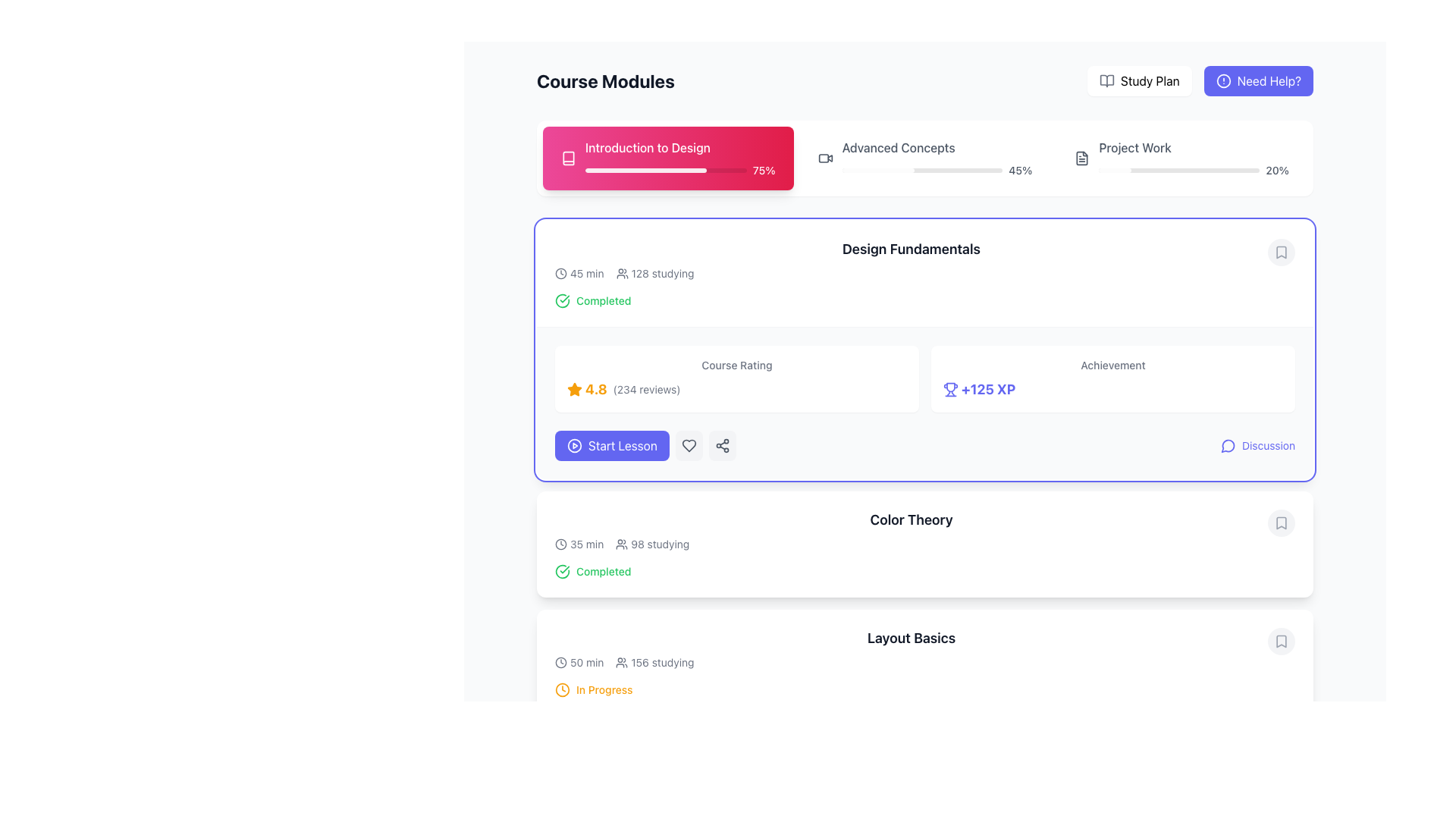  What do you see at coordinates (666, 170) in the screenshot?
I see `the visual representation of the progress percentage (75%) in the Progress Bar located below the 'Introduction to Design' module title` at bounding box center [666, 170].